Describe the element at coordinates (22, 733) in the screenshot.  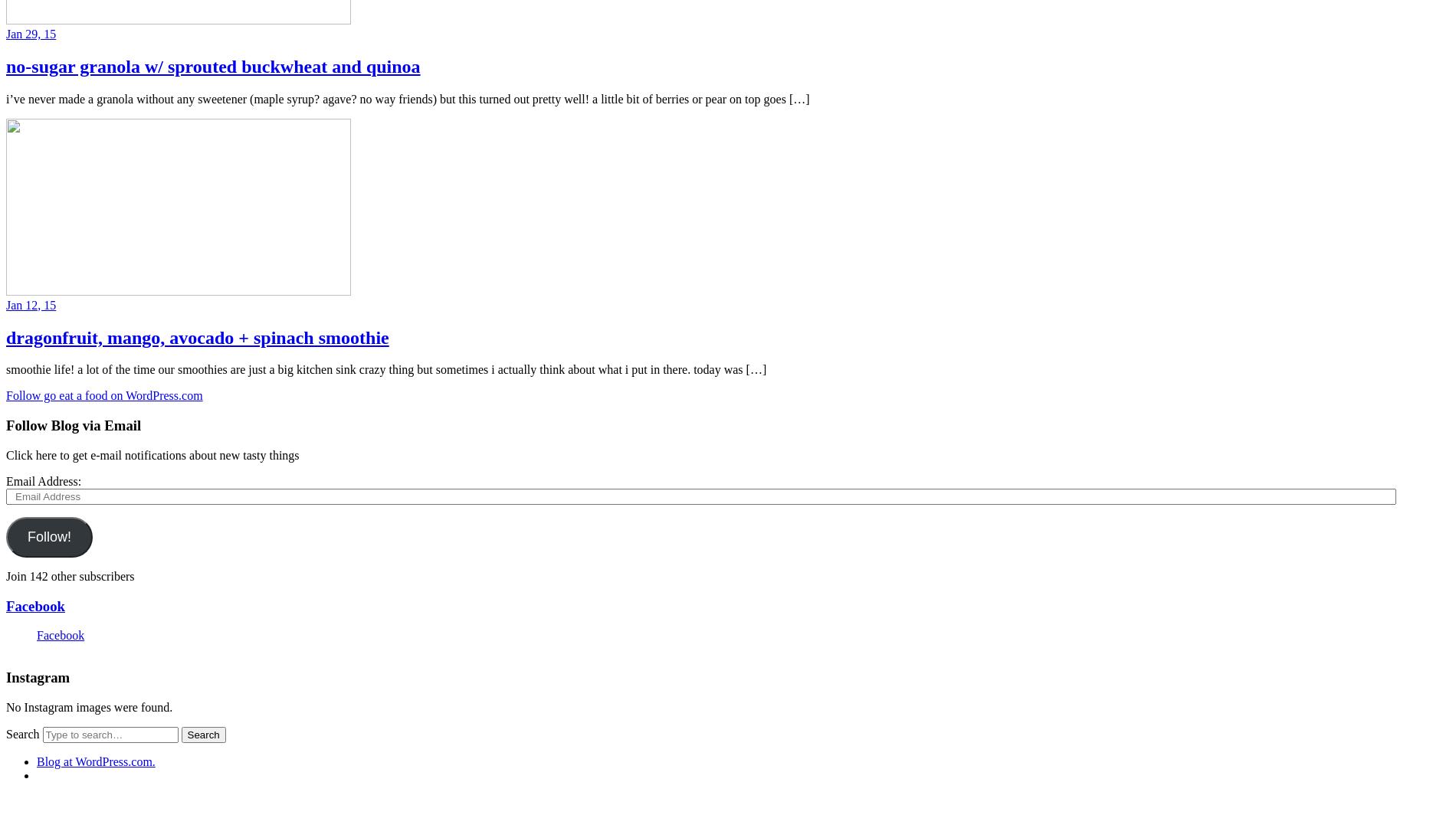
I see `'Search'` at that location.